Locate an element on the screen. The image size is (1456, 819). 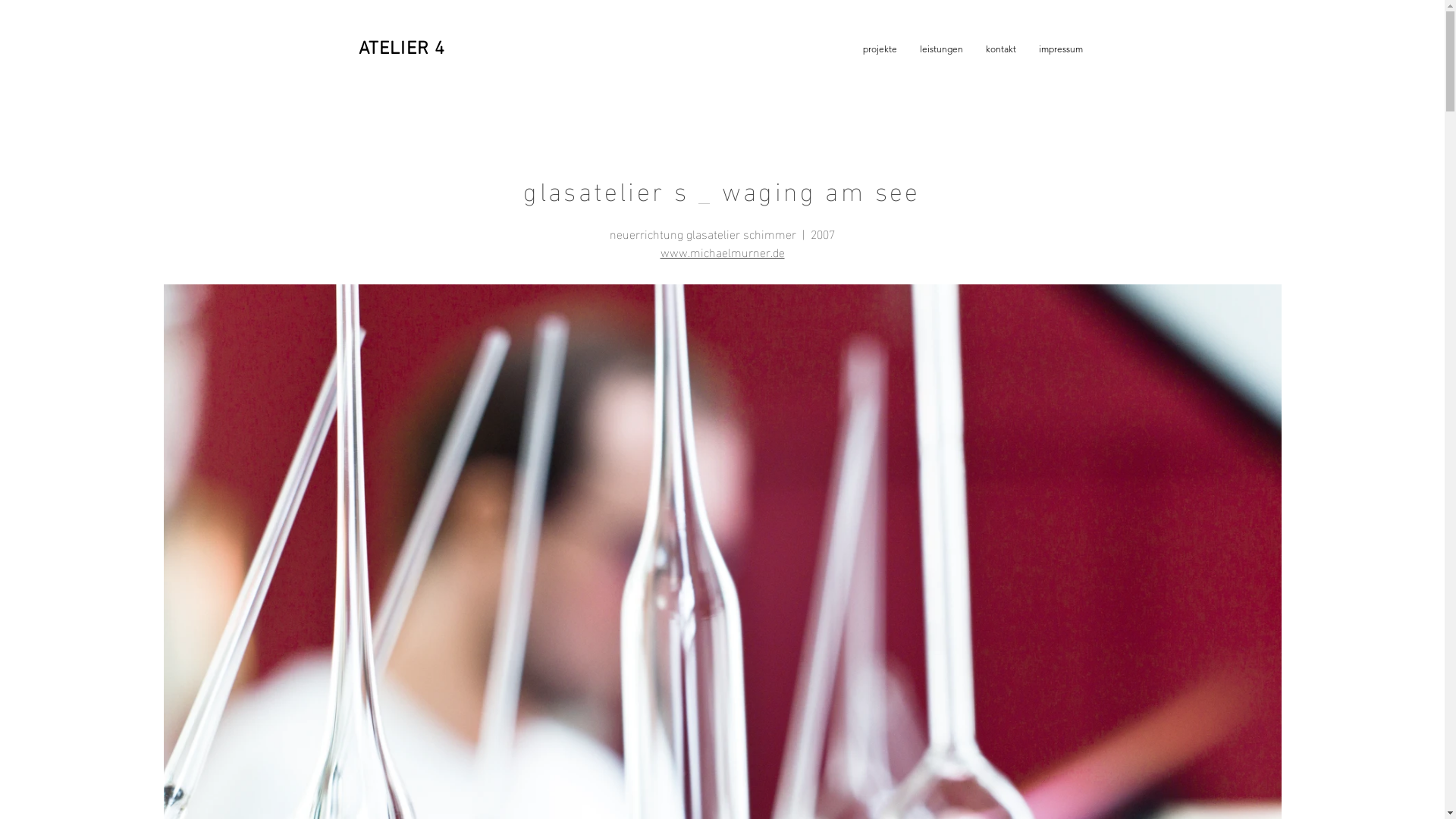
'www.michaelmurner.de' is located at coordinates (720, 250).